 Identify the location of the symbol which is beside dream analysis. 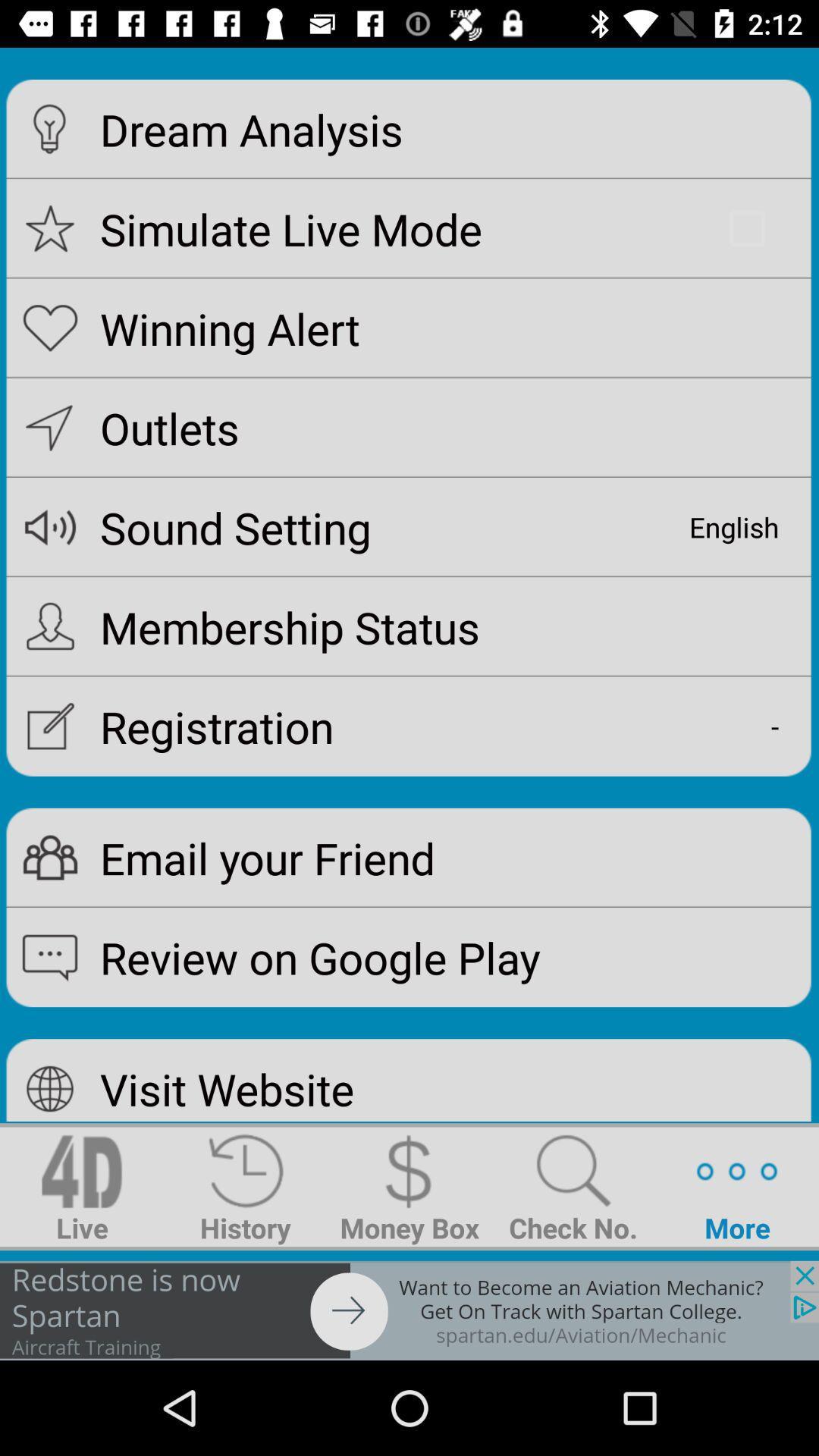
(49, 129).